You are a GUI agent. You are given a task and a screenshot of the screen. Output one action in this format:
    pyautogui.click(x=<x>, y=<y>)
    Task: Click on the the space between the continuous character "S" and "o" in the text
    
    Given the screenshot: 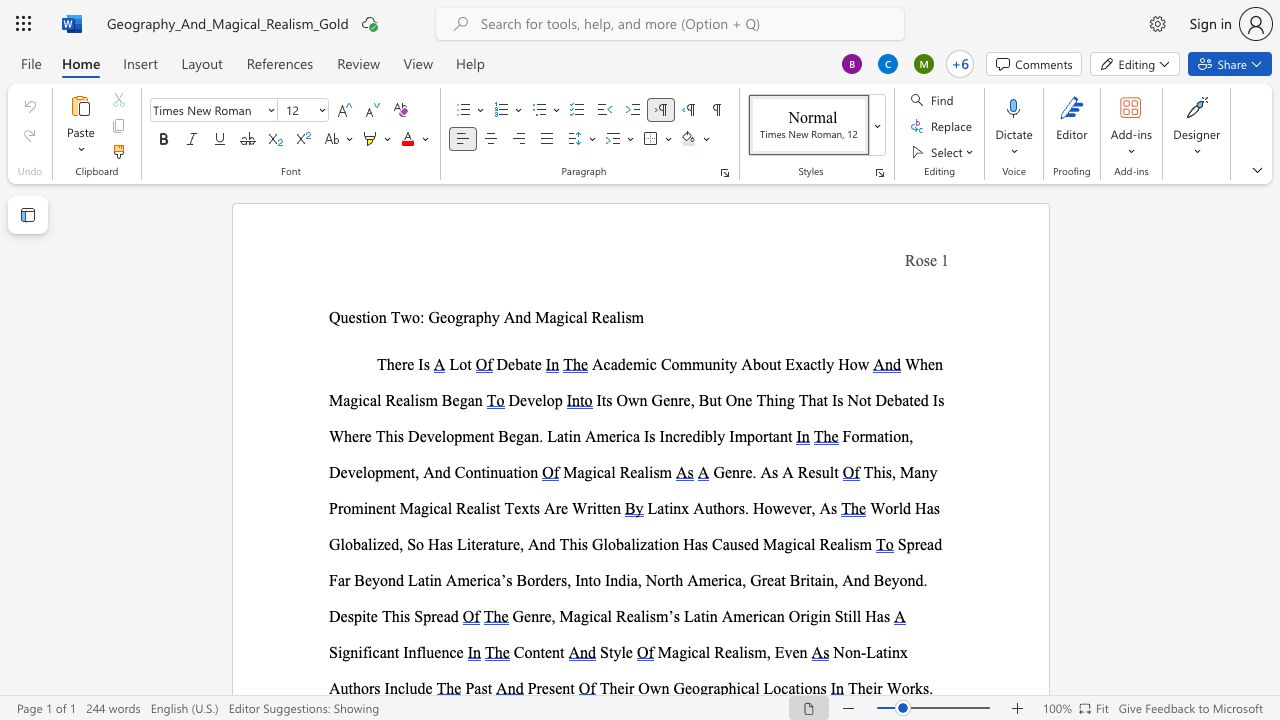 What is the action you would take?
    pyautogui.click(x=414, y=544)
    